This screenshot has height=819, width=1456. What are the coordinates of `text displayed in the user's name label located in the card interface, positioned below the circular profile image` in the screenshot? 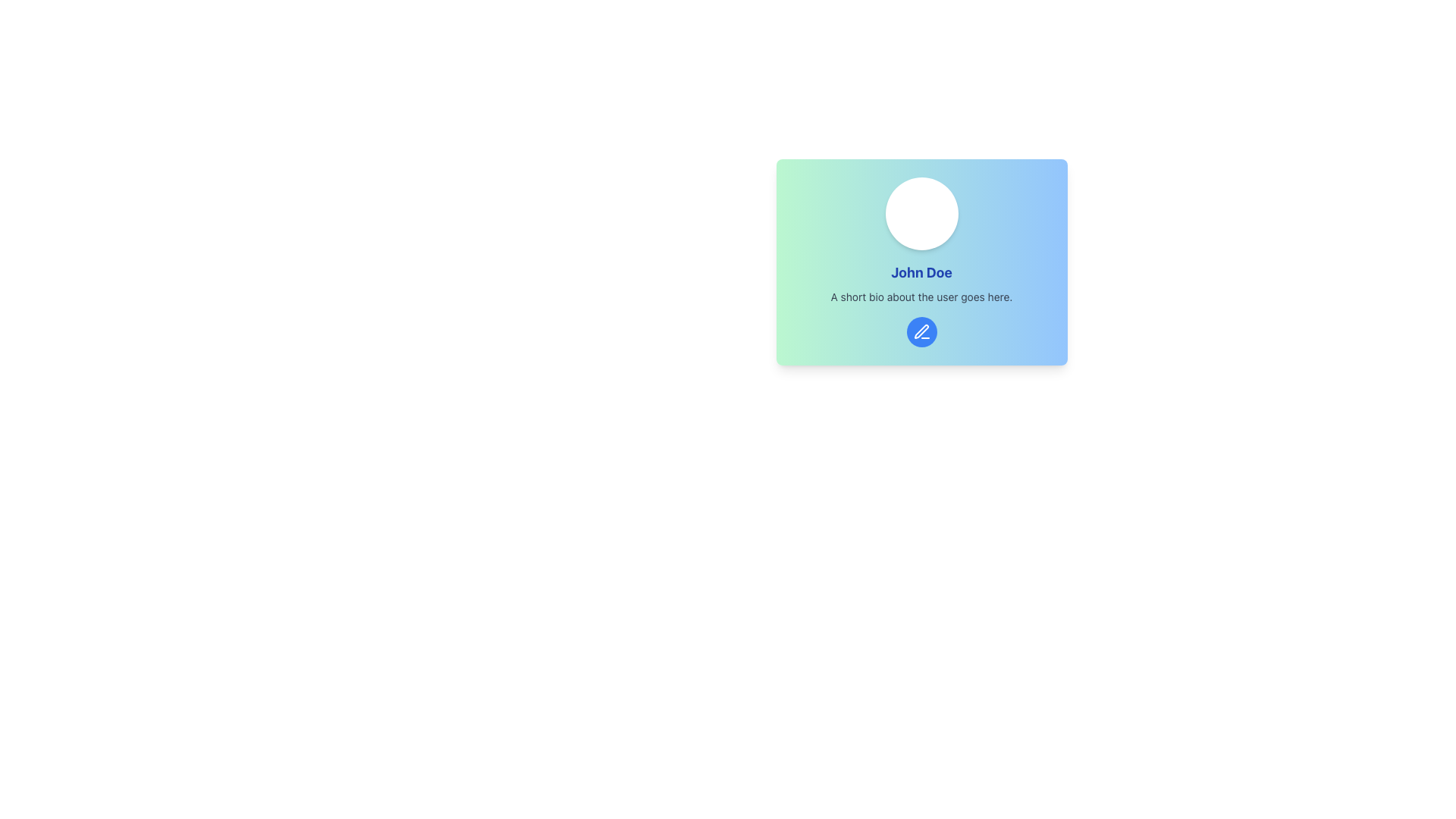 It's located at (921, 271).